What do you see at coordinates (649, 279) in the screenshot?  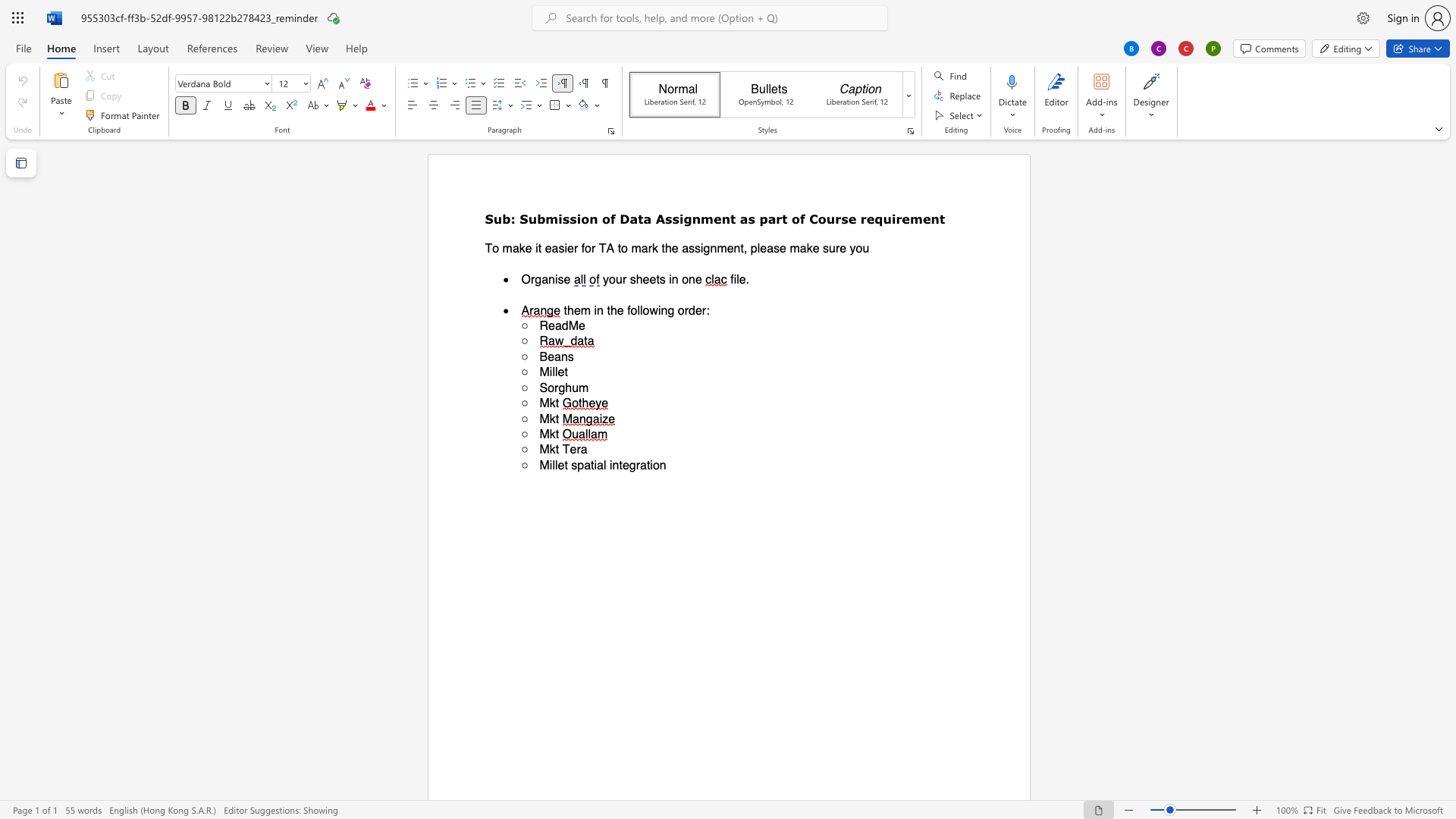 I see `the space between the continuous character "e" and "e" in the text` at bounding box center [649, 279].